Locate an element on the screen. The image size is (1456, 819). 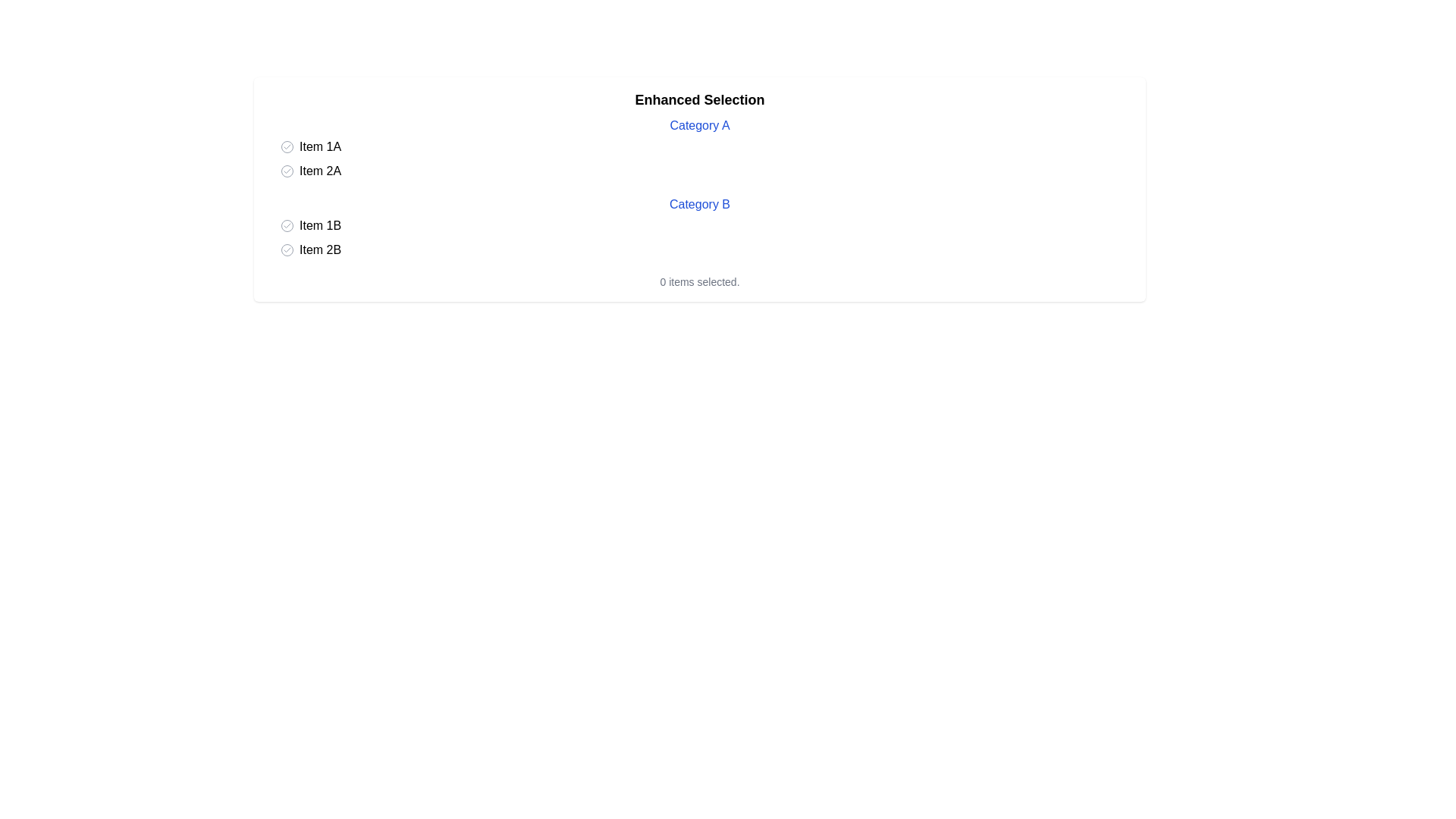
the selected list item under 'Category A', which is the second item marked with a circular checkmark icon is located at coordinates (319, 225).